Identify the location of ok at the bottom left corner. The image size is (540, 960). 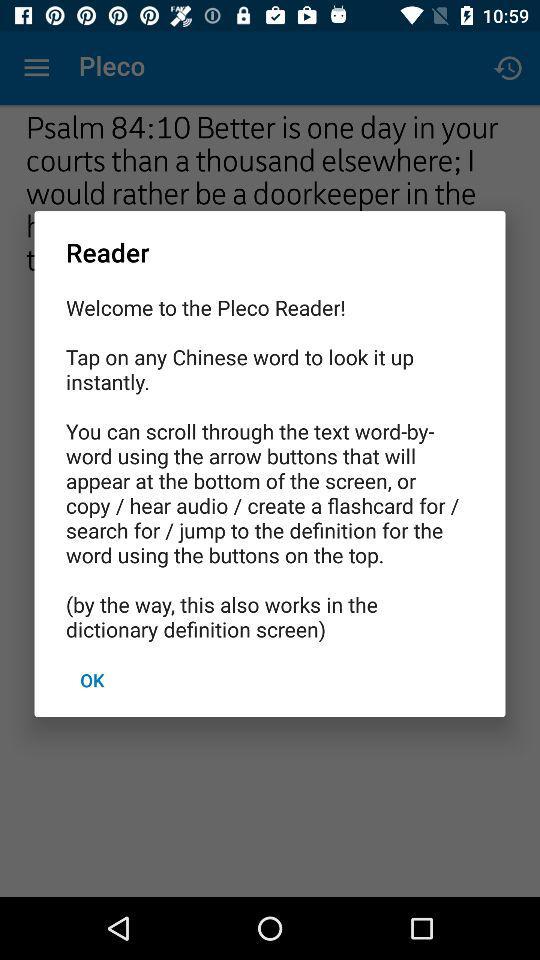
(91, 680).